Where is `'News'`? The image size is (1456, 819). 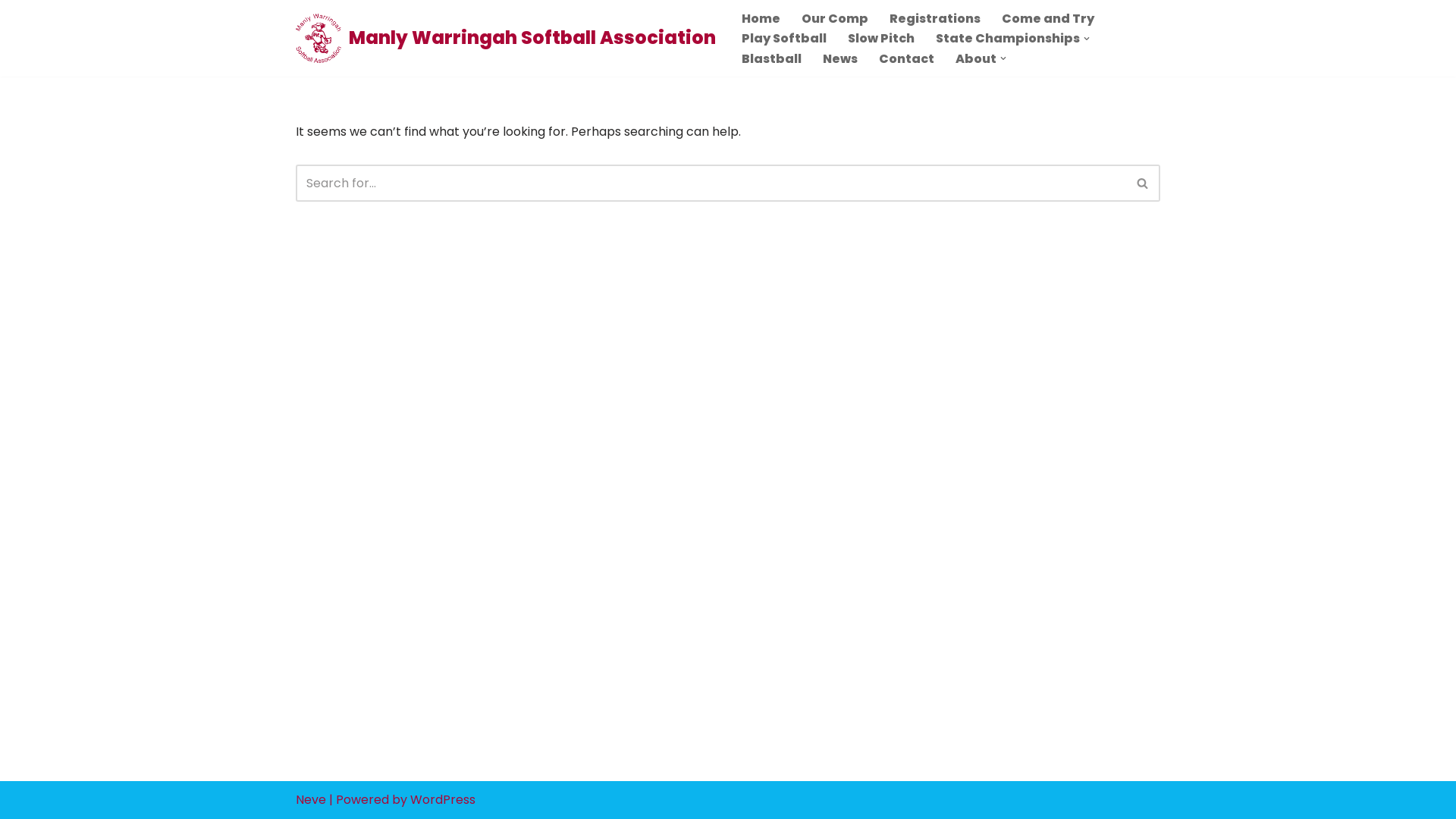 'News' is located at coordinates (821, 58).